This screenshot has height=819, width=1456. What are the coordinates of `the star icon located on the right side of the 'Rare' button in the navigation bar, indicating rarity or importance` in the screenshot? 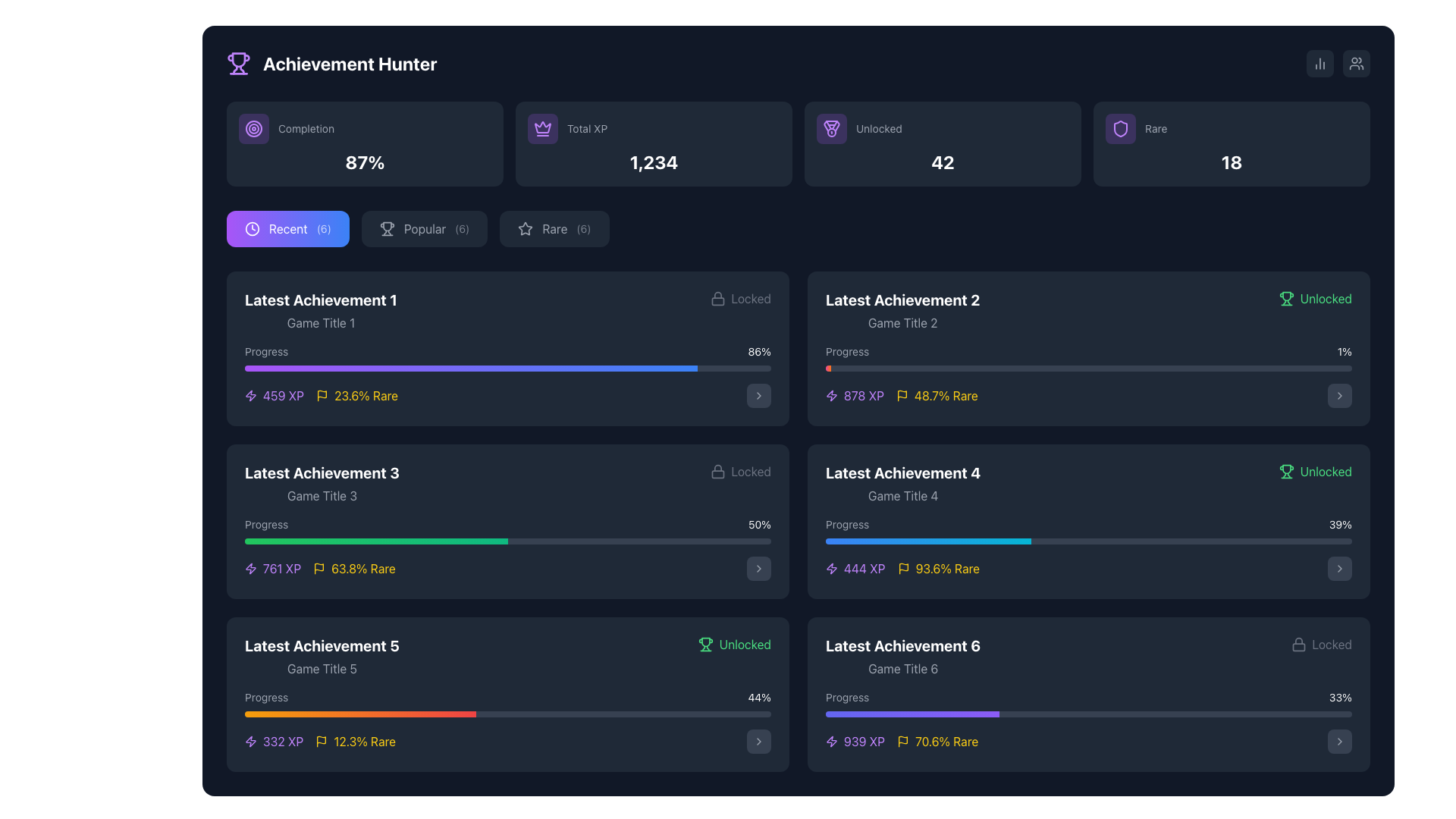 It's located at (526, 228).